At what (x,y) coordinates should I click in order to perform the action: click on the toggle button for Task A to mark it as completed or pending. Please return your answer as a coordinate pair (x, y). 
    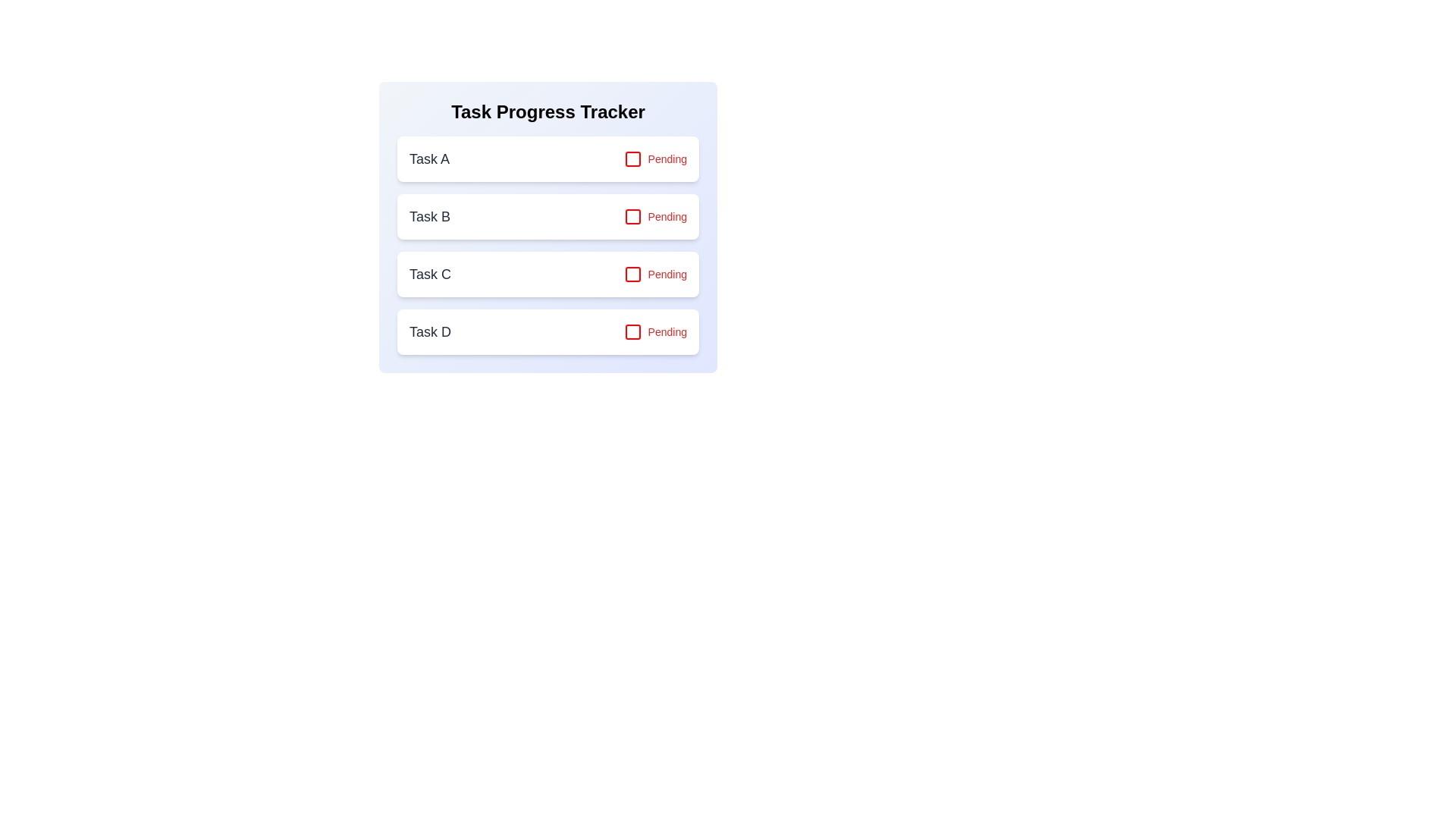
    Looking at the image, I should click on (655, 158).